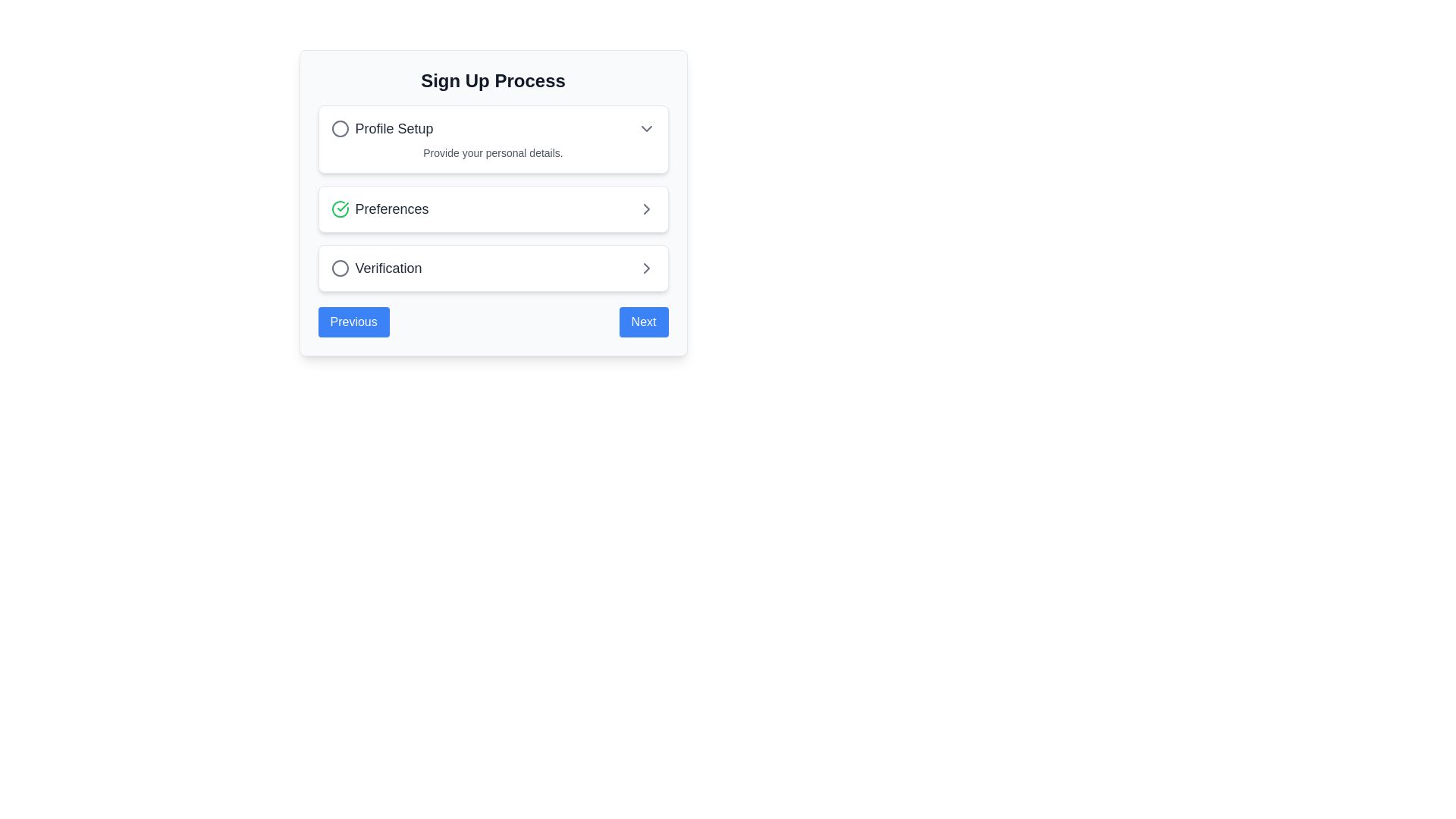  I want to click on the first item in the vertical list indicating the 'Profile Setup' step, so click(382, 127).